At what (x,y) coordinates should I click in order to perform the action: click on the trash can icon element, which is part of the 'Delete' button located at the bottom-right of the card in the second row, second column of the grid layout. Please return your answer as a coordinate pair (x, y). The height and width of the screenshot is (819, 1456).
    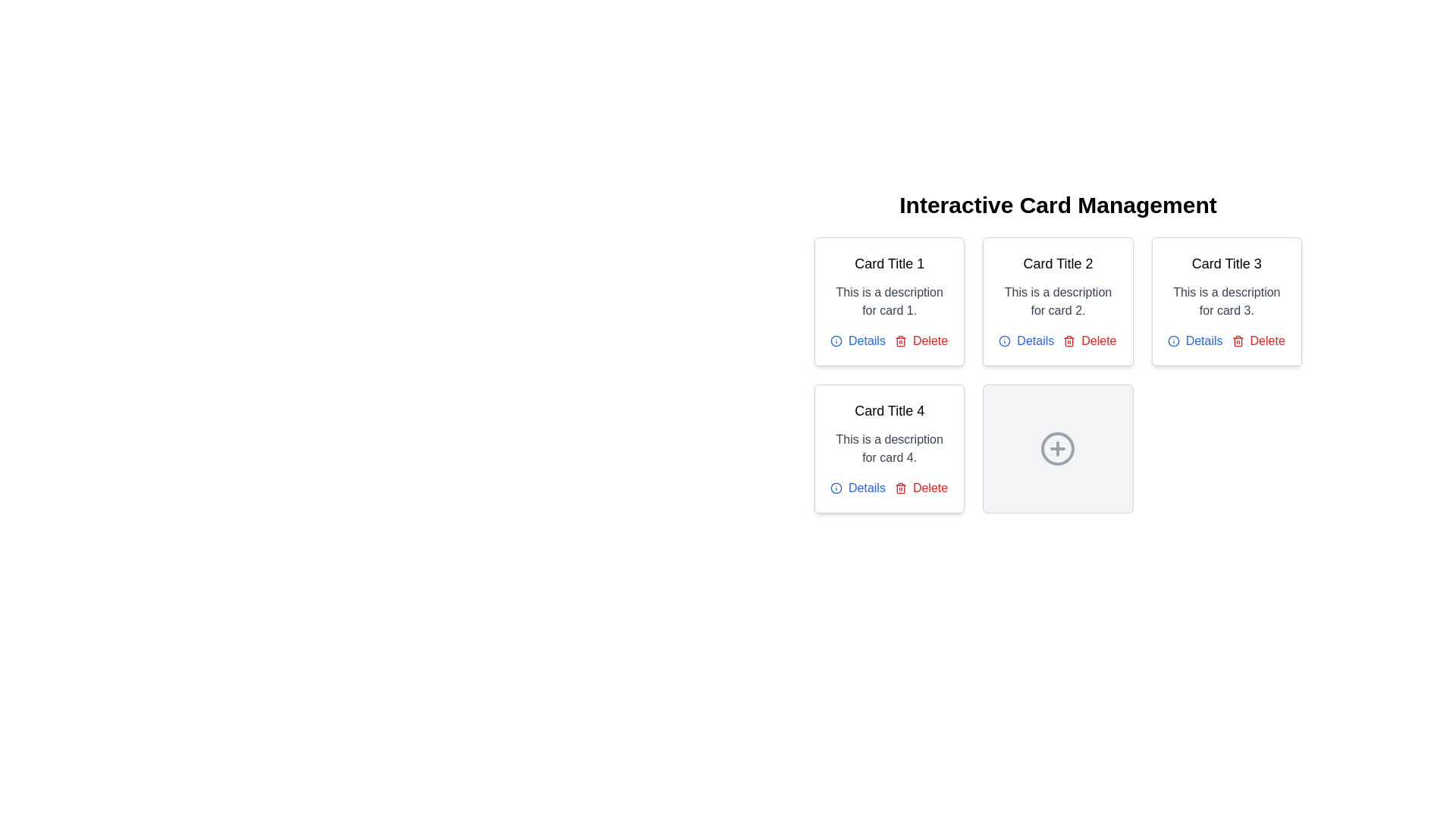
    Looking at the image, I should click on (1238, 342).